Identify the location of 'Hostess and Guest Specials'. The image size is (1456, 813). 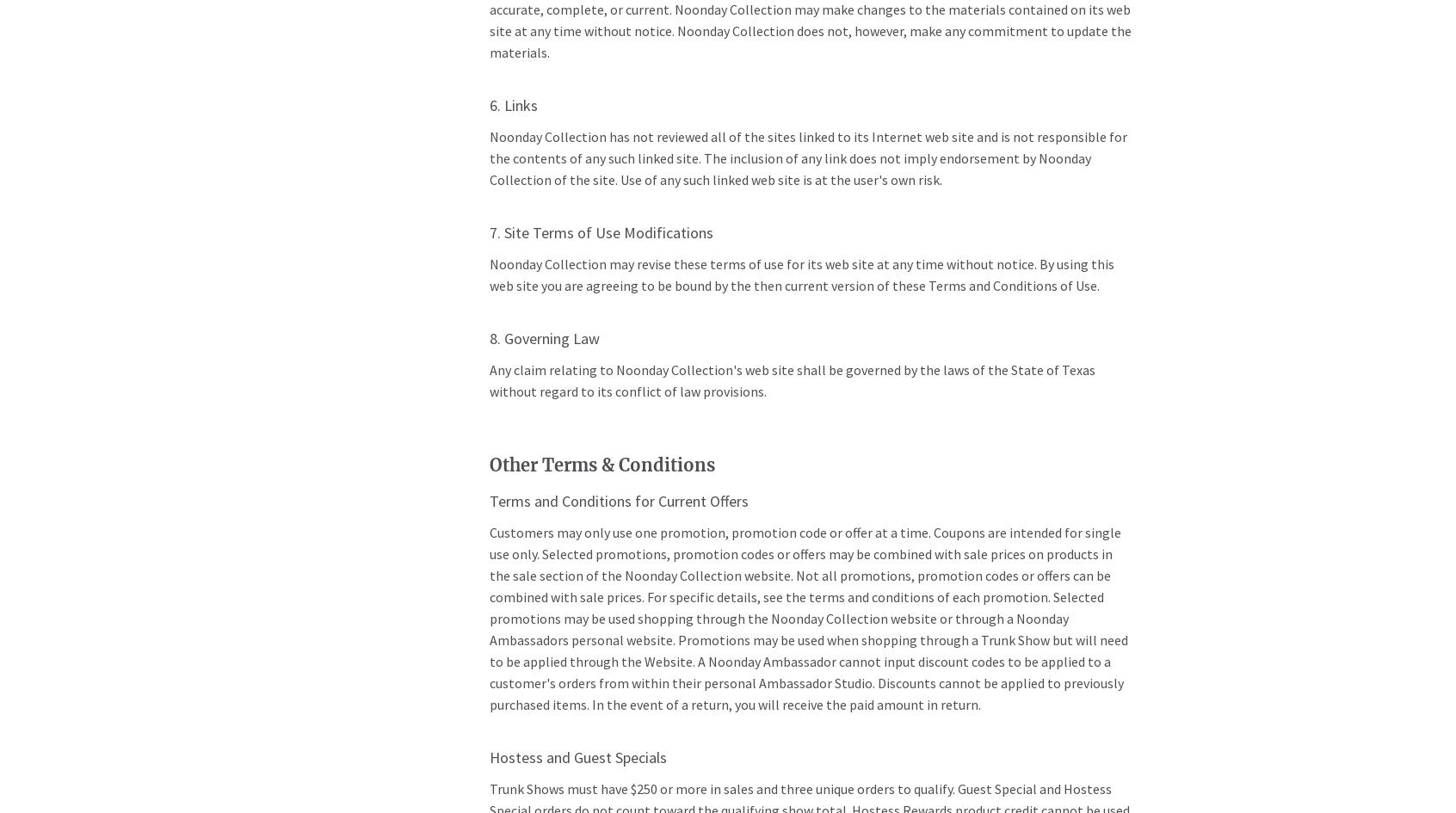
(577, 756).